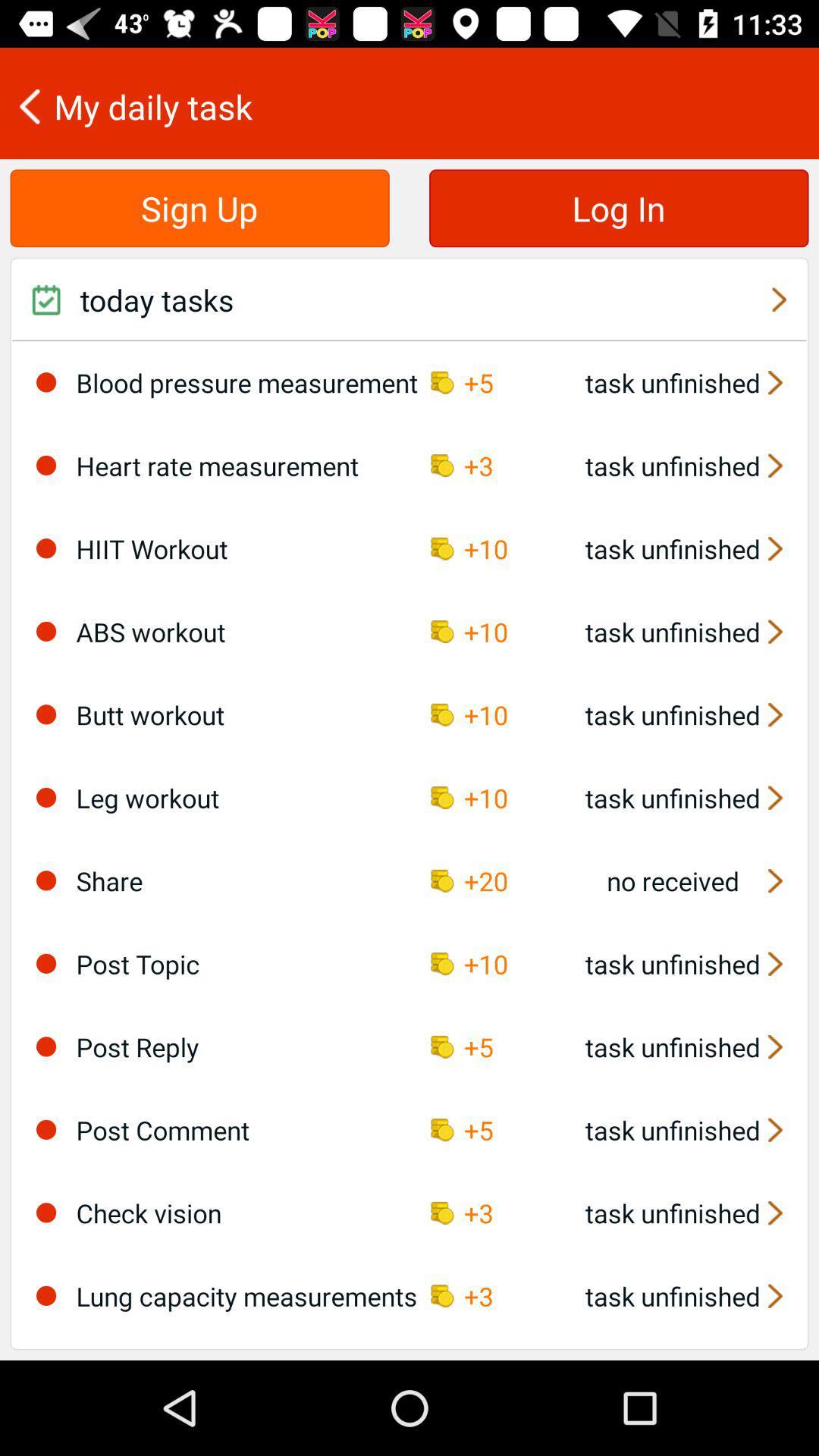  I want to click on icon to the left of post comment icon, so click(45, 1129).